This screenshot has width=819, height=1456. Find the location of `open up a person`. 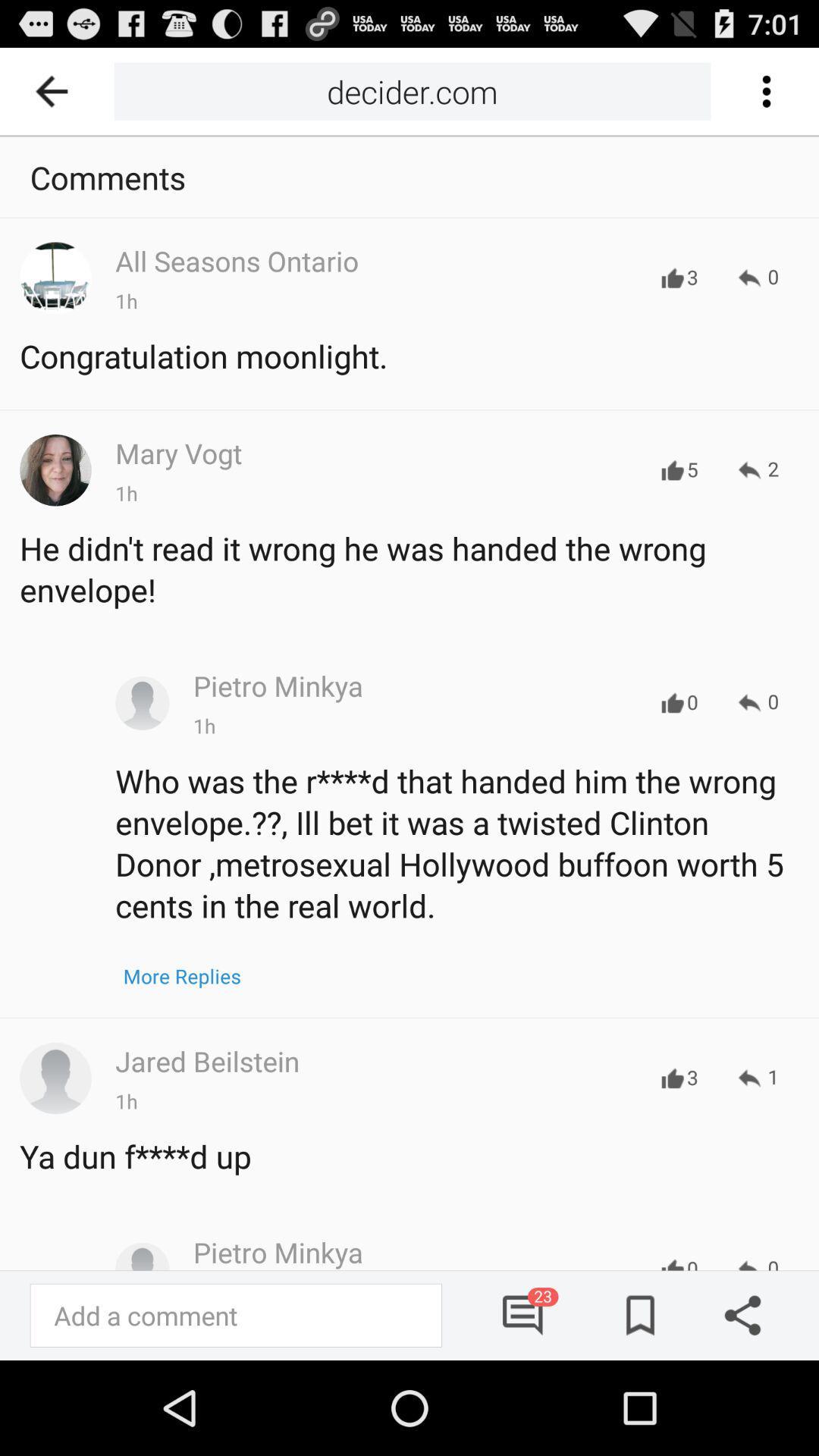

open up a person is located at coordinates (55, 1077).